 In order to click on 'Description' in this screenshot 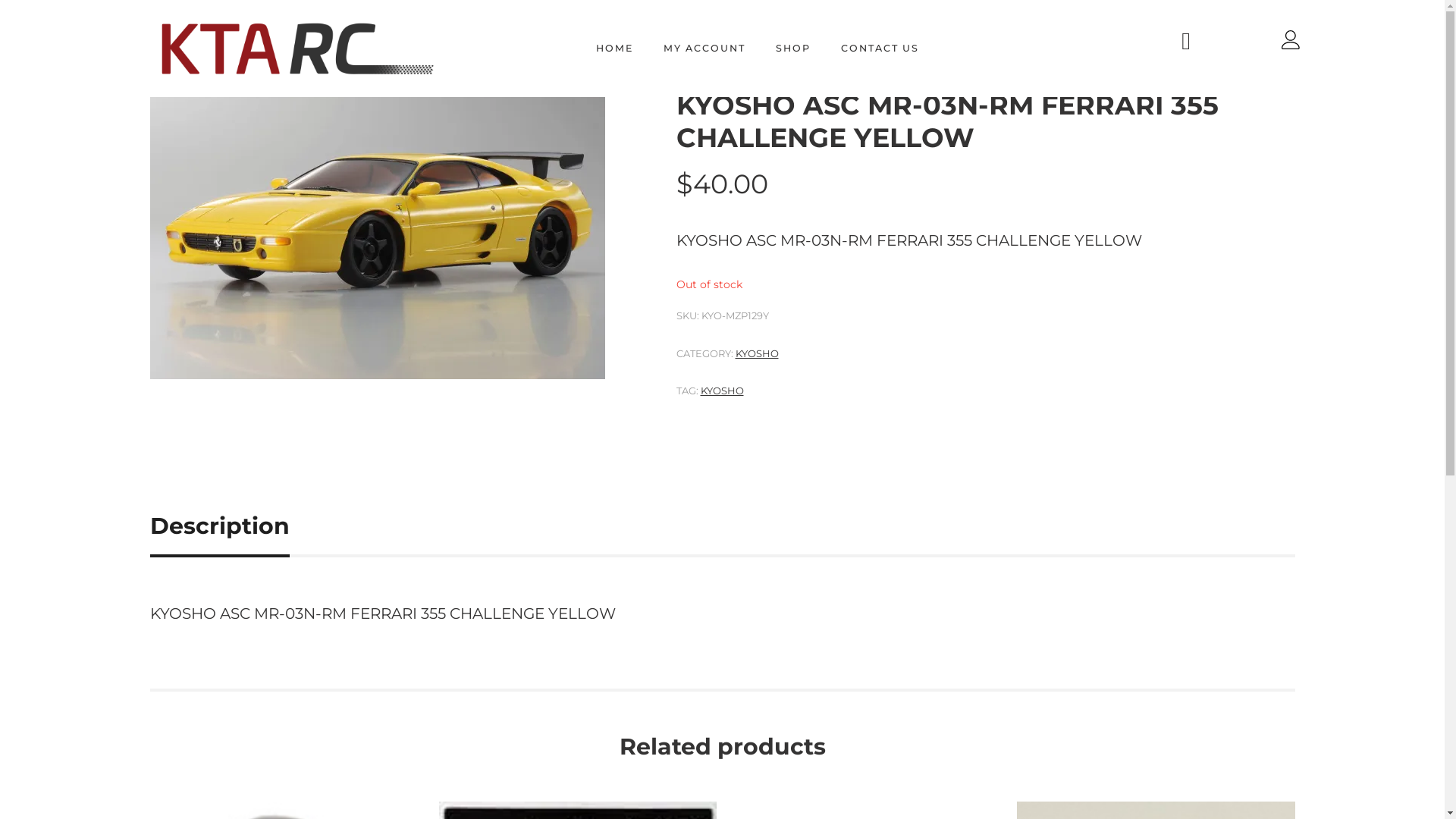, I will do `click(149, 526)`.